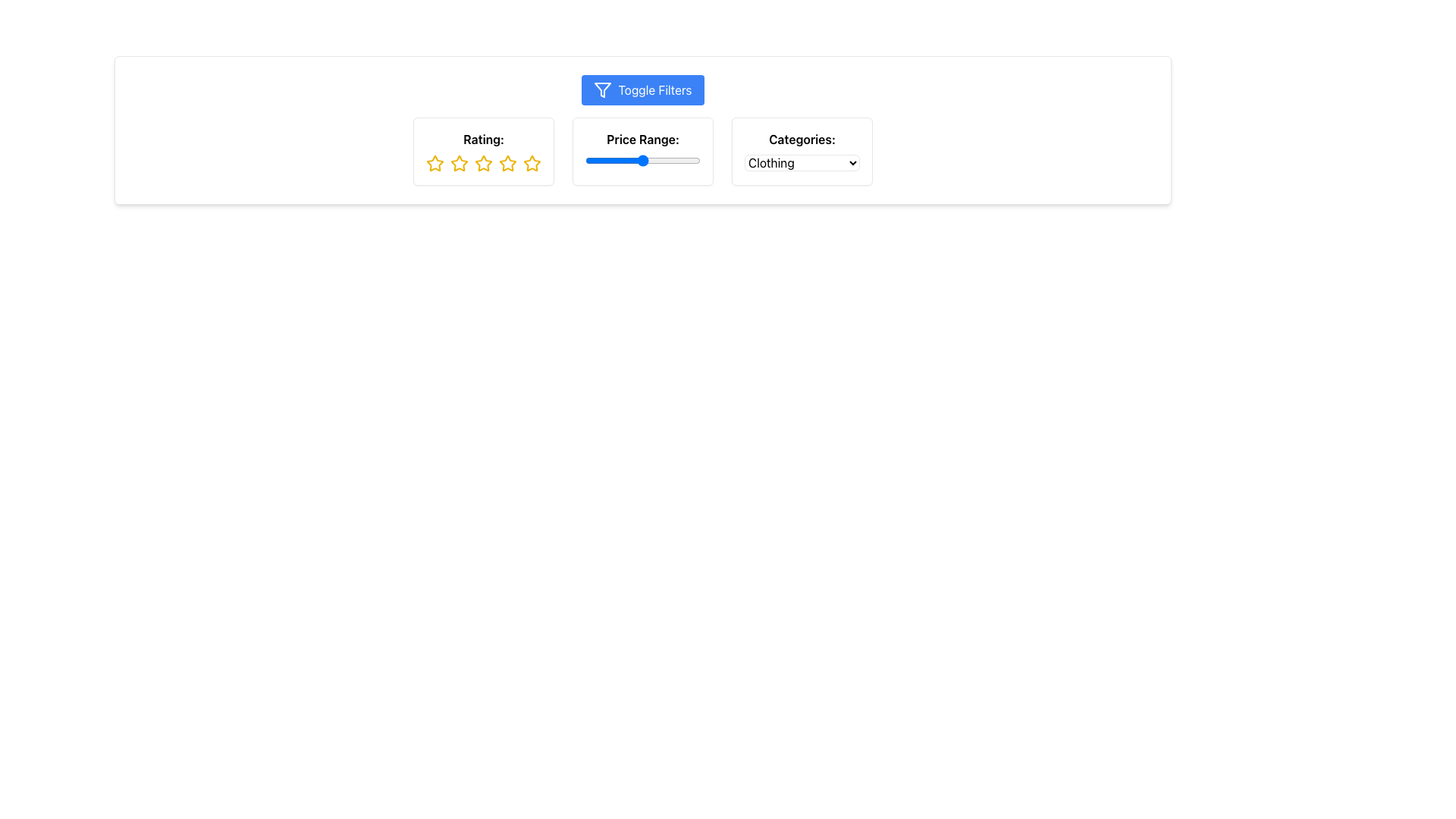 Image resolution: width=1456 pixels, height=819 pixels. I want to click on the price range slider, so click(686, 161).